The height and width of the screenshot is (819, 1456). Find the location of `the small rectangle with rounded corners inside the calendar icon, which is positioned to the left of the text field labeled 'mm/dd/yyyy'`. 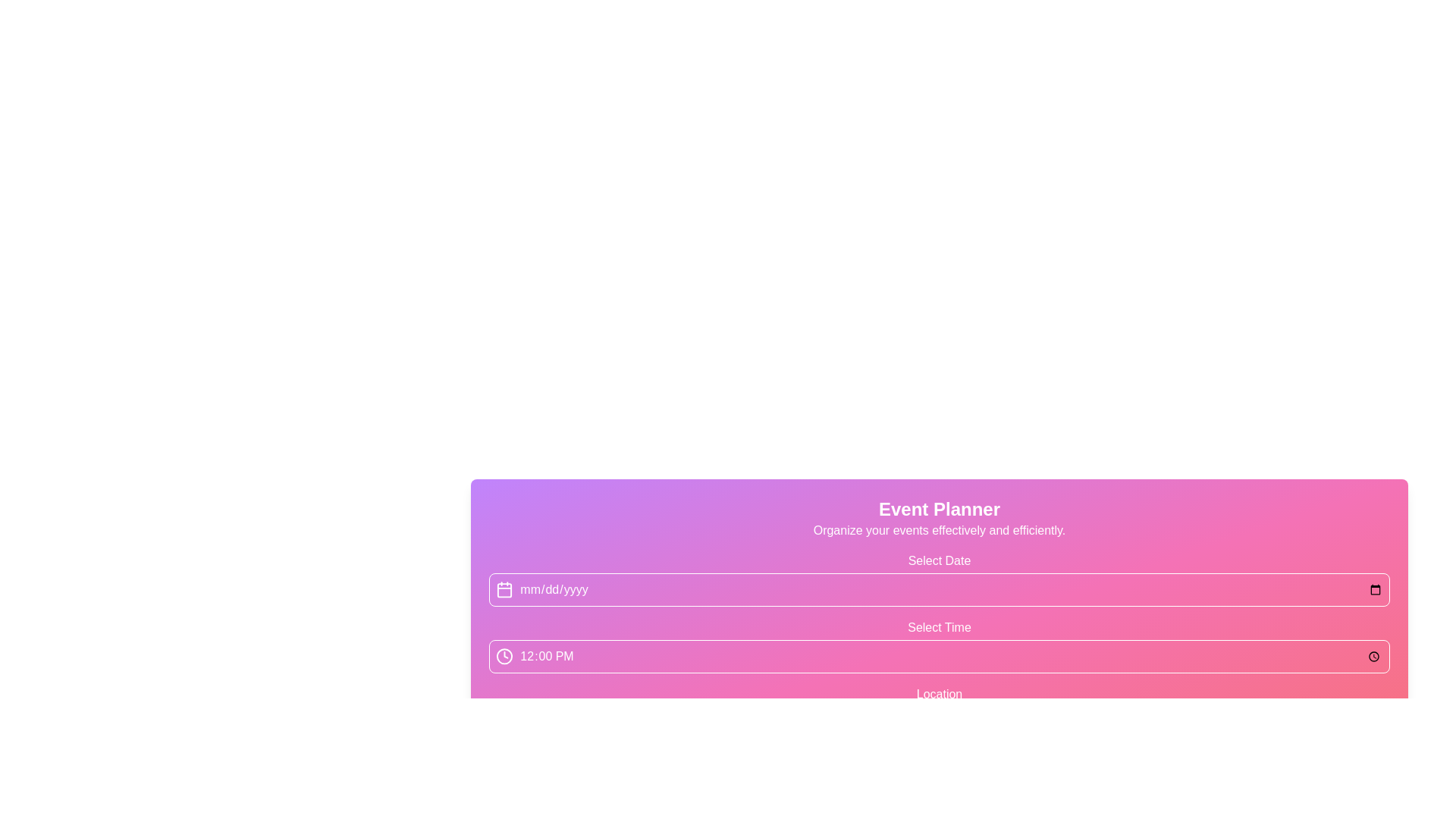

the small rectangle with rounded corners inside the calendar icon, which is positioned to the left of the text field labeled 'mm/dd/yyyy' is located at coordinates (504, 590).